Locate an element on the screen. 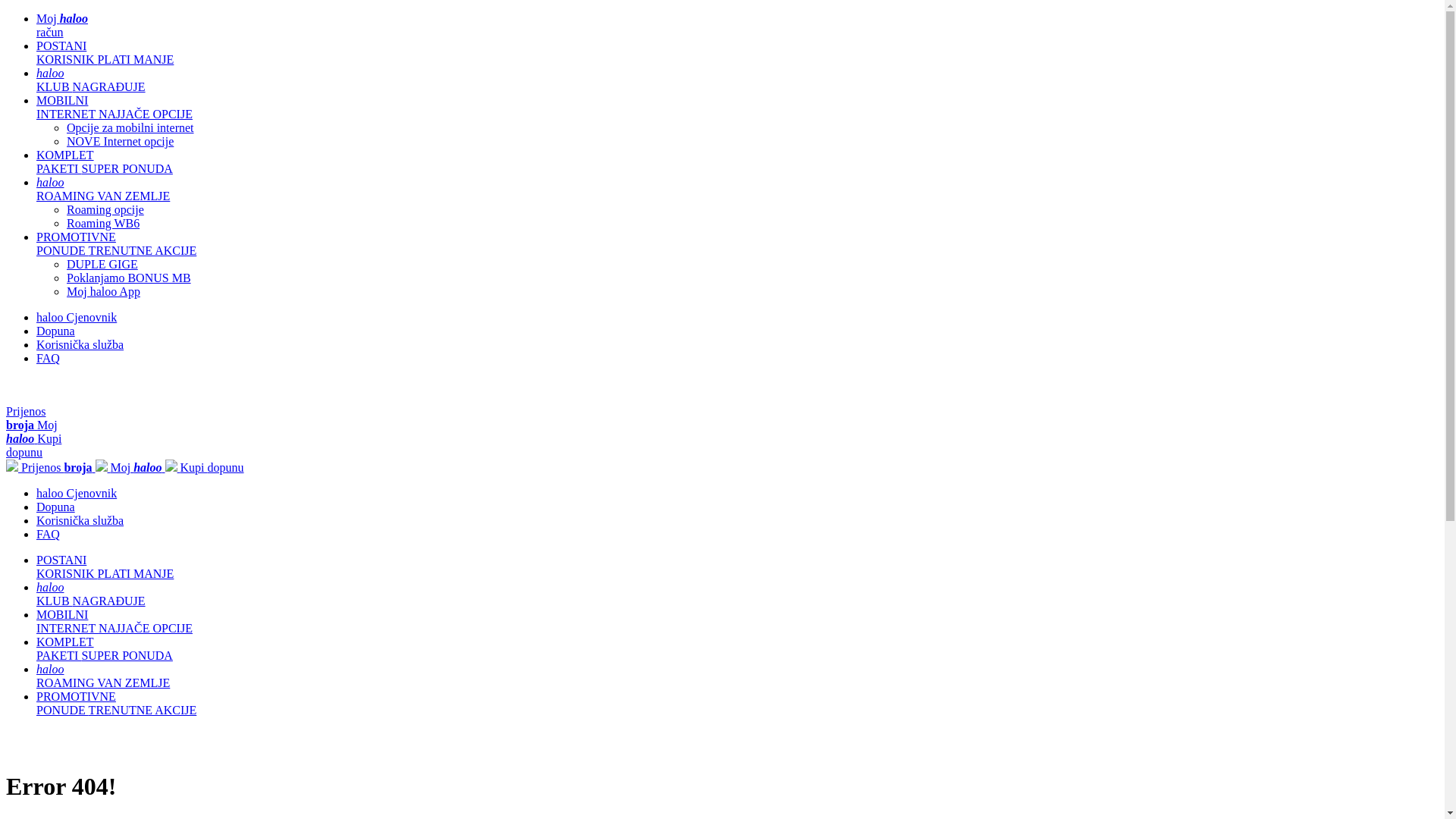 This screenshot has height=819, width=1456. 'POSTANI is located at coordinates (104, 566).